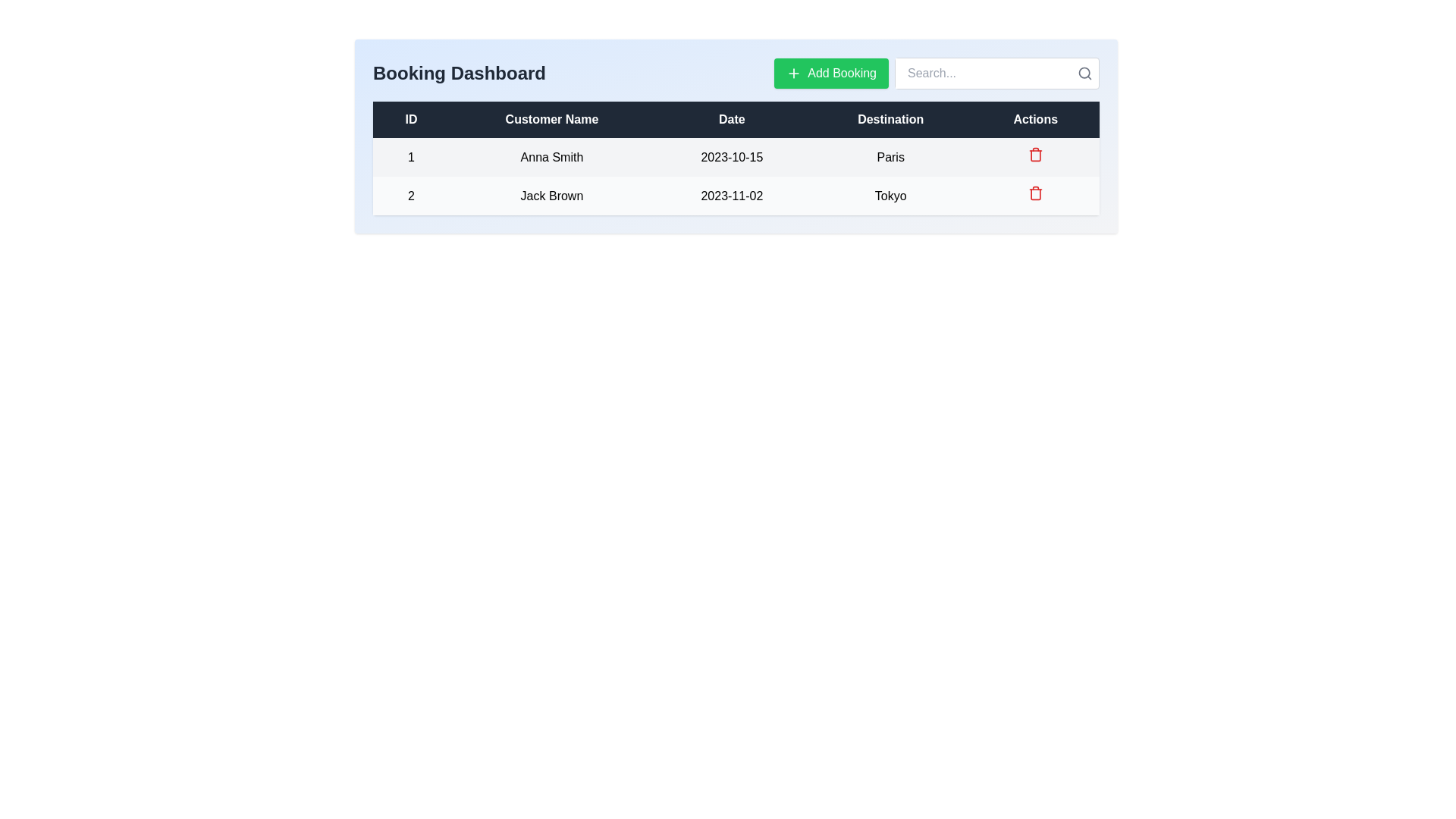 The height and width of the screenshot is (819, 1456). I want to click on the 'Destination' header text label in the table, which is the fourth column header with a dark background and white text, so click(890, 119).